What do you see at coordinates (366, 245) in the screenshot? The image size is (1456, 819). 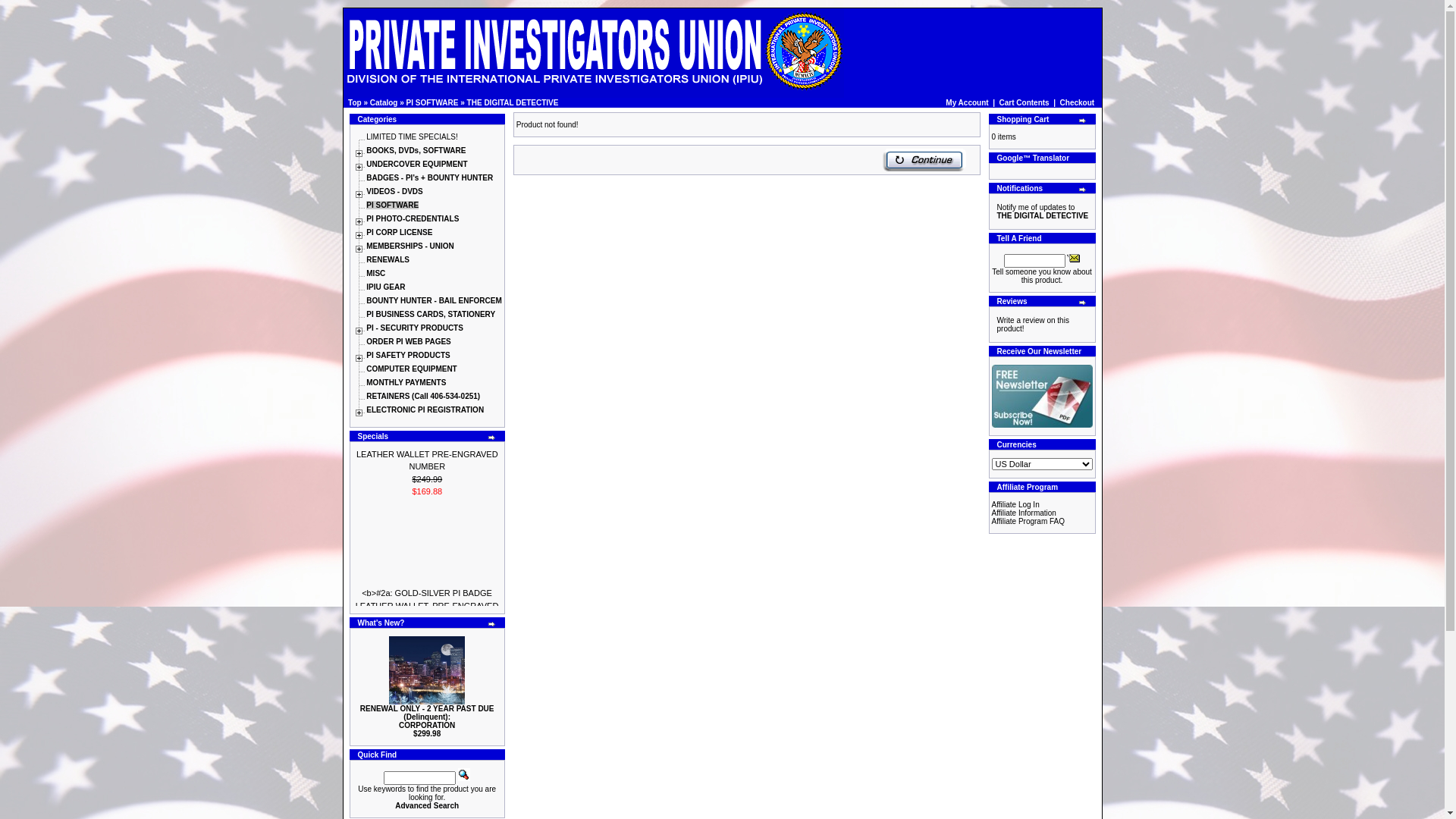 I see `'MEMBERSHIPS - UNION'` at bounding box center [366, 245].